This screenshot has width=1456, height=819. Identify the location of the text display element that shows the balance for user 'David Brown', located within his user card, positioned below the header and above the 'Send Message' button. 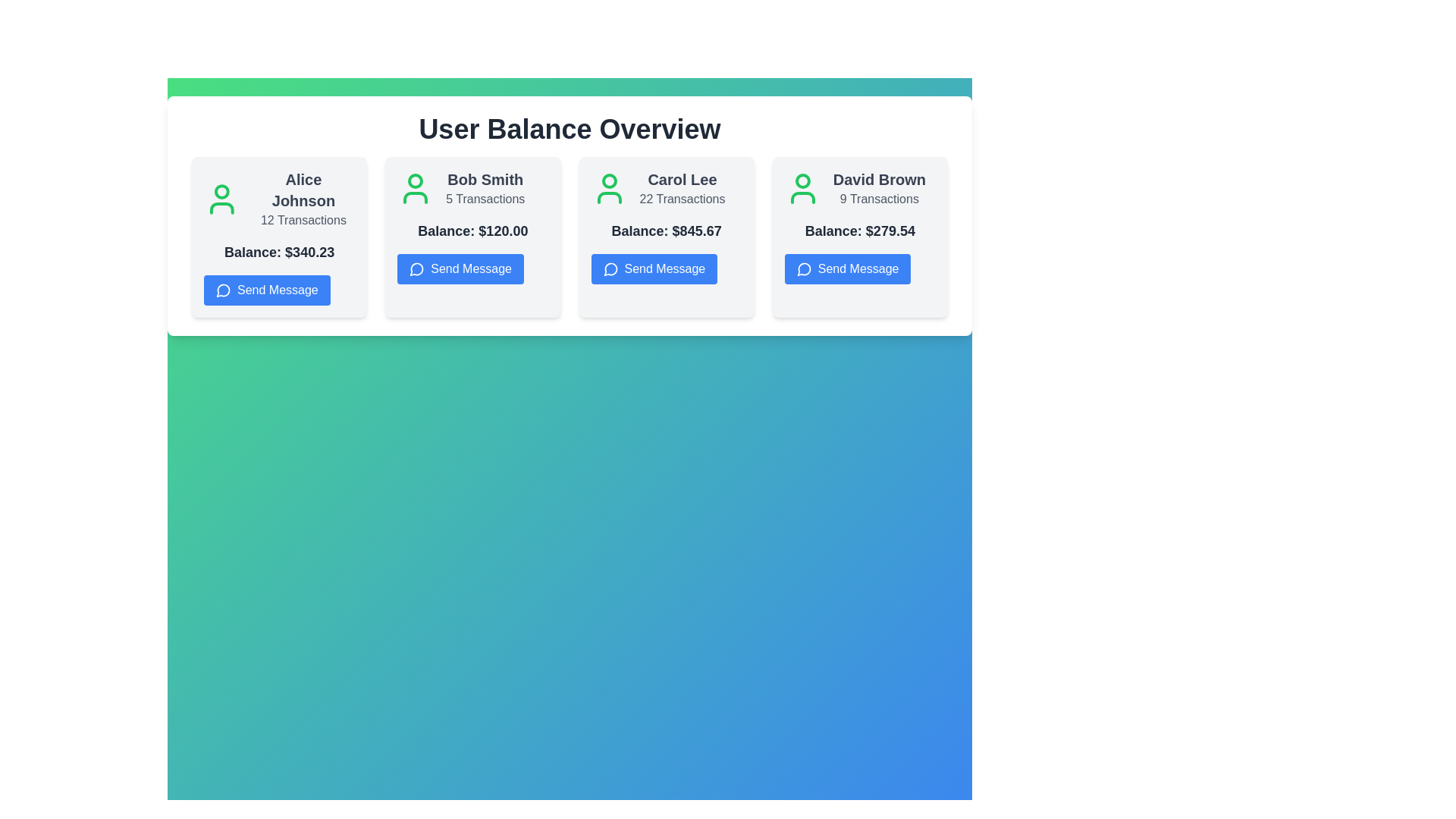
(860, 231).